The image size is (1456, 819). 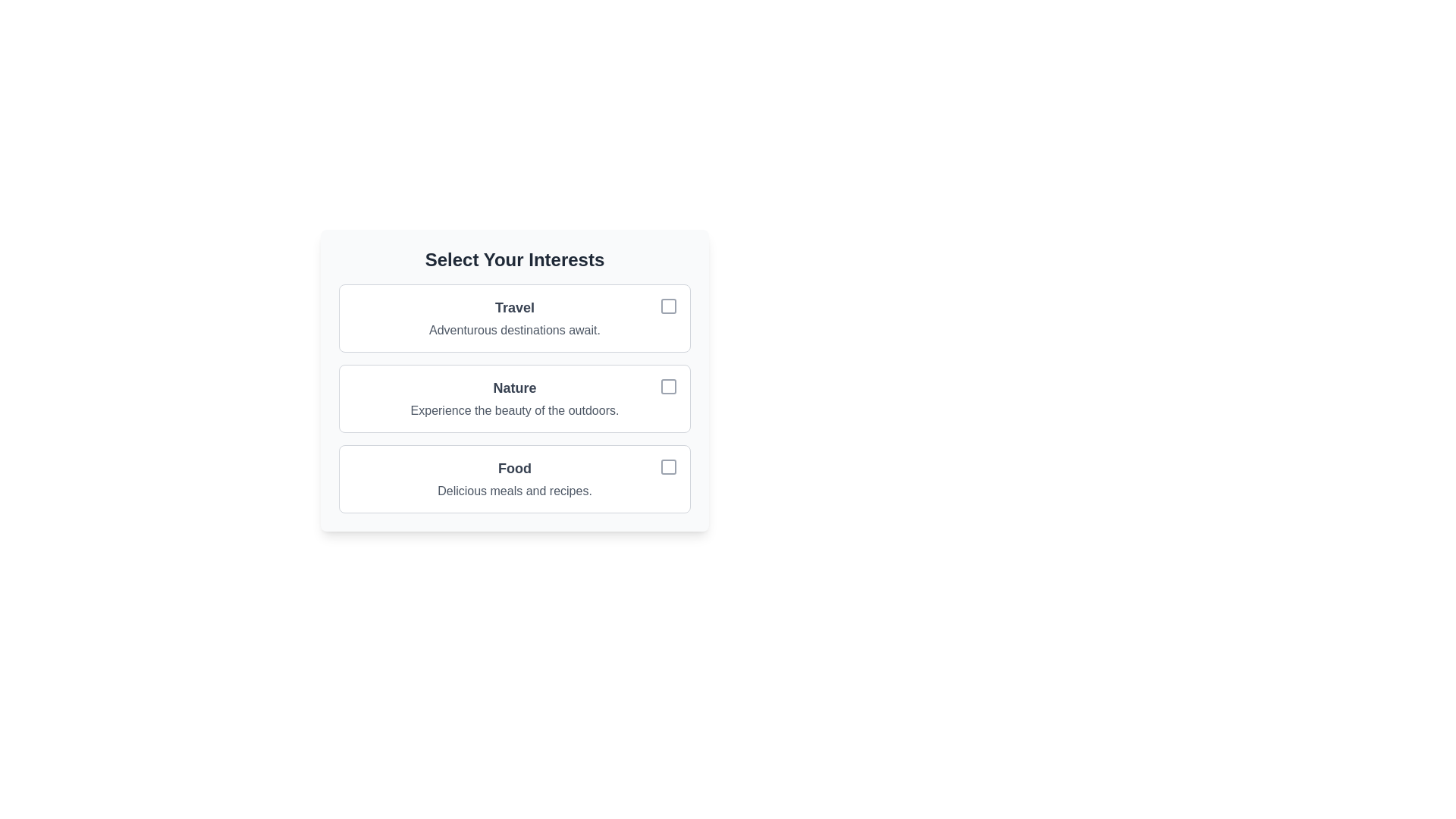 I want to click on the checkbox for the 'Food' option, so click(x=668, y=466).